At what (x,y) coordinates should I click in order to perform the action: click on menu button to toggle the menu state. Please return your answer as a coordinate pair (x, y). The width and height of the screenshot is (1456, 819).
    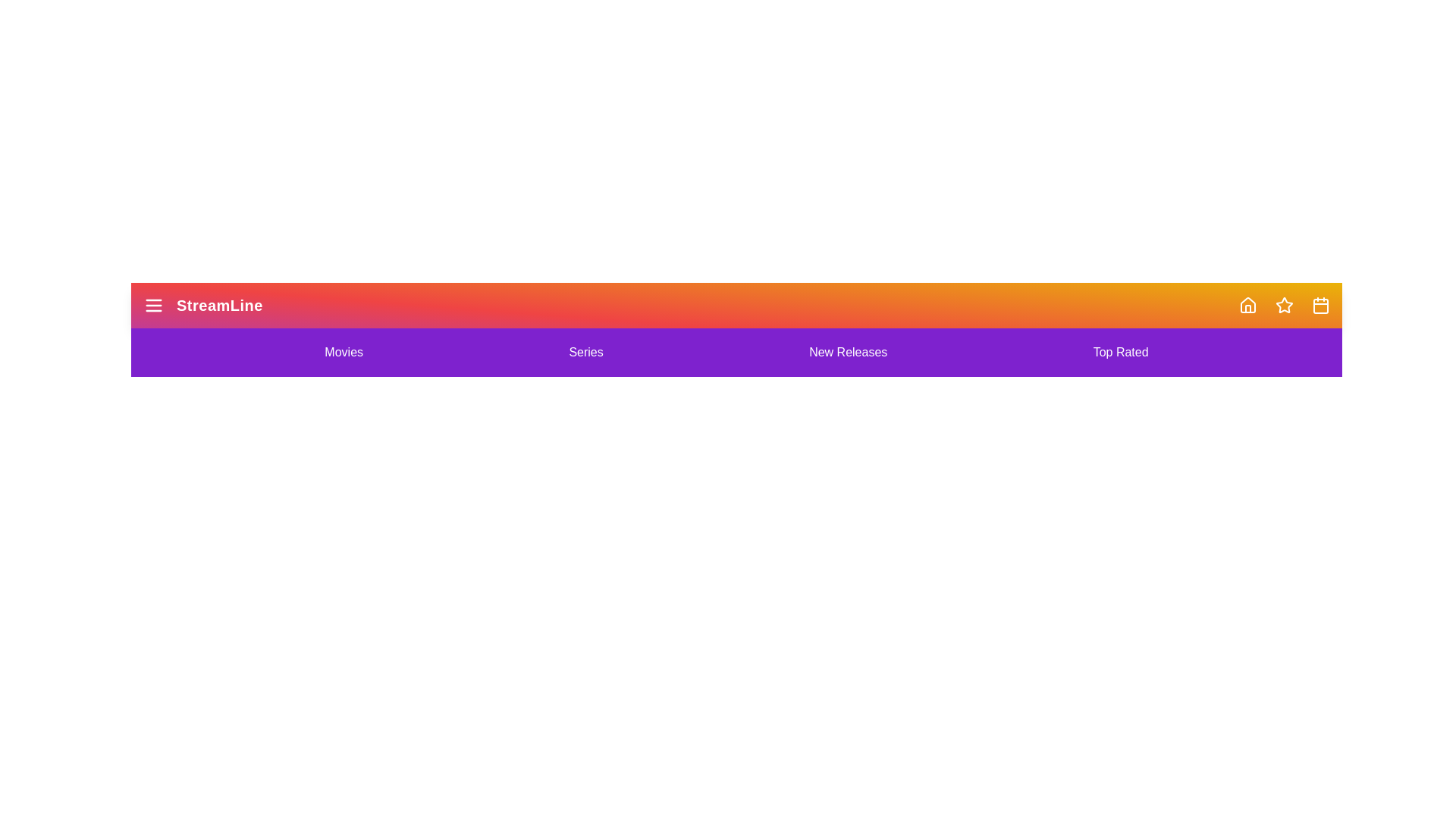
    Looking at the image, I should click on (153, 305).